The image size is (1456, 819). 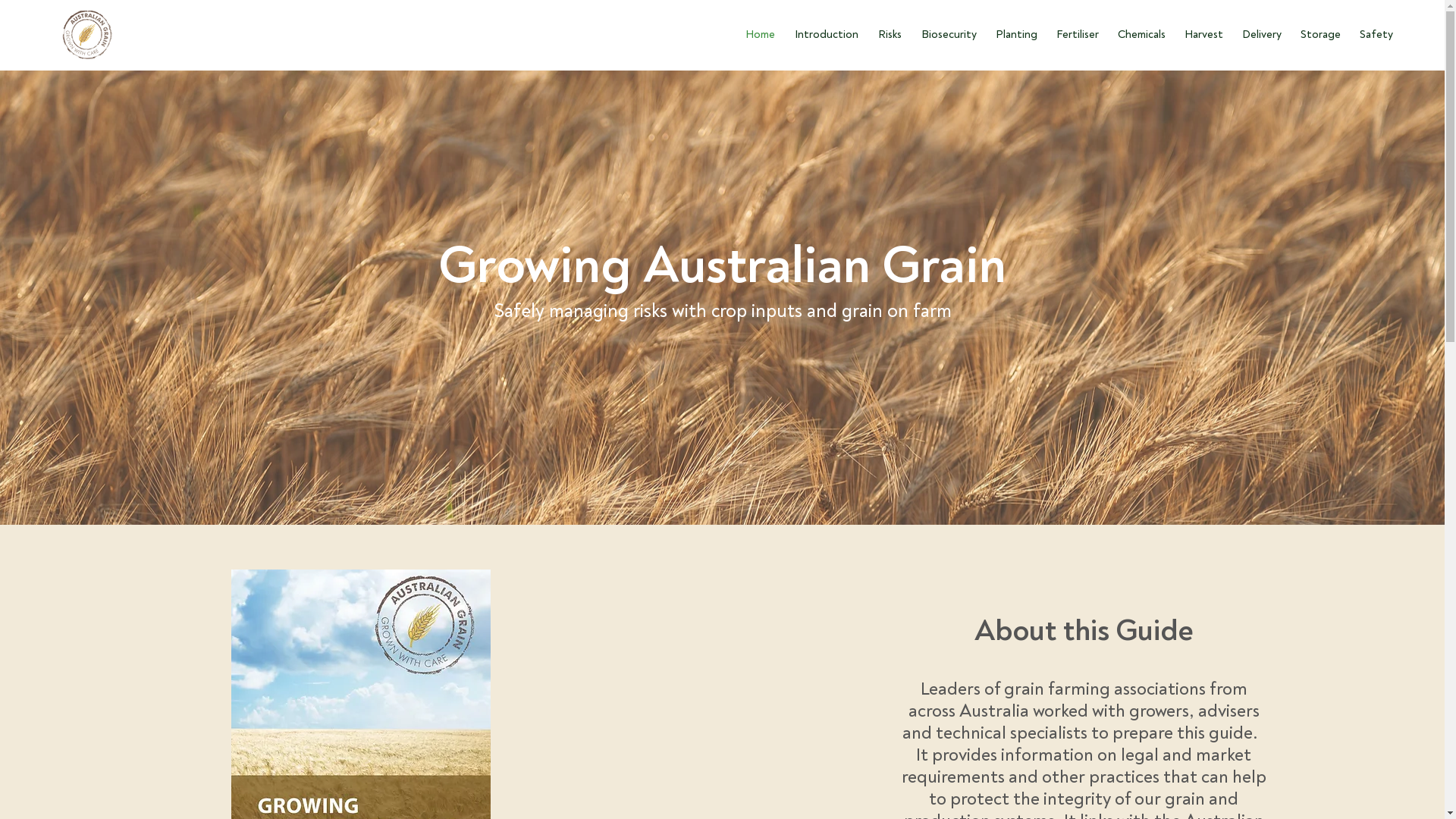 I want to click on 'Storage', so click(x=1317, y=34).